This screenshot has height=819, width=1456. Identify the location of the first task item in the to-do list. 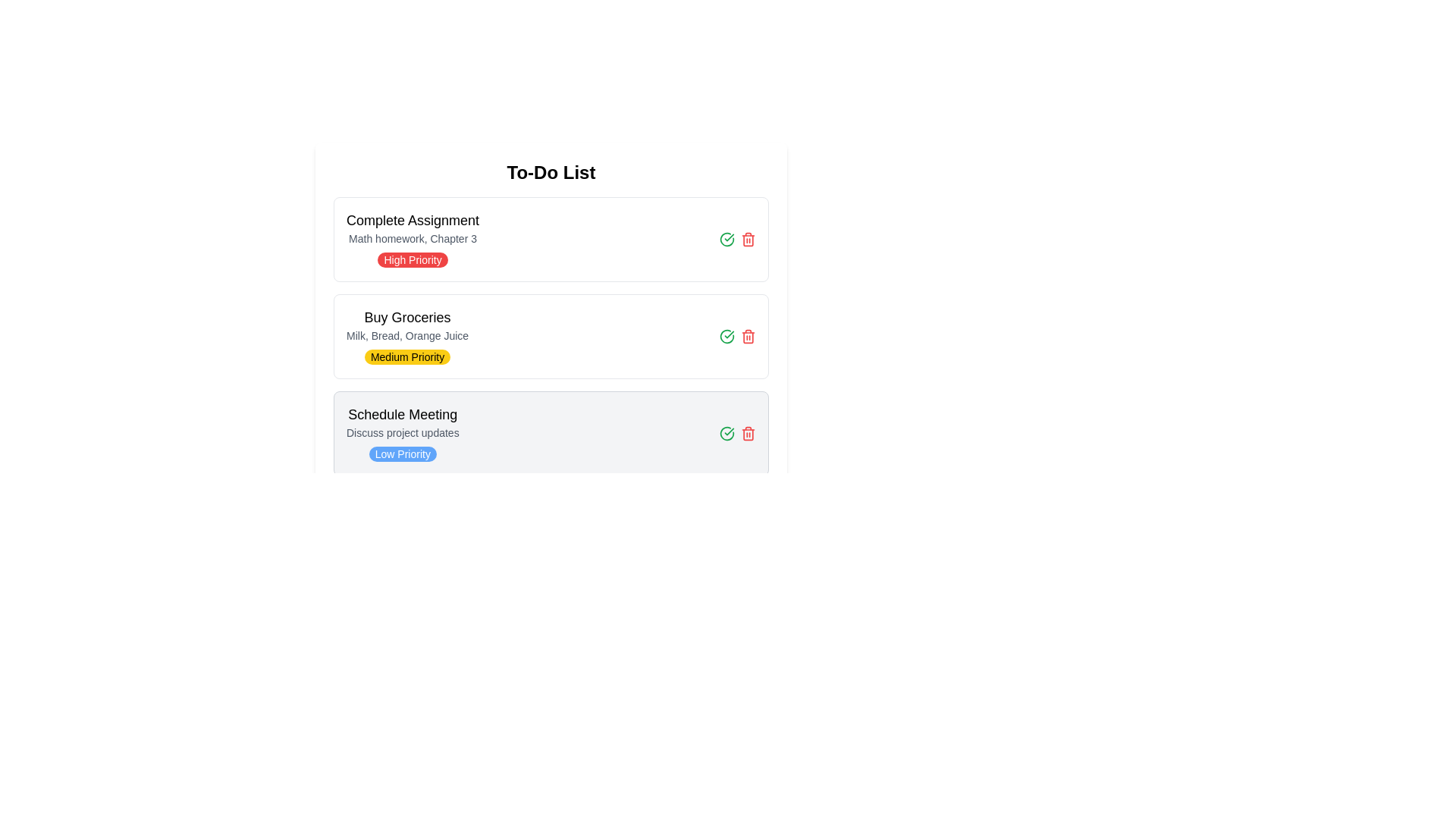
(413, 239).